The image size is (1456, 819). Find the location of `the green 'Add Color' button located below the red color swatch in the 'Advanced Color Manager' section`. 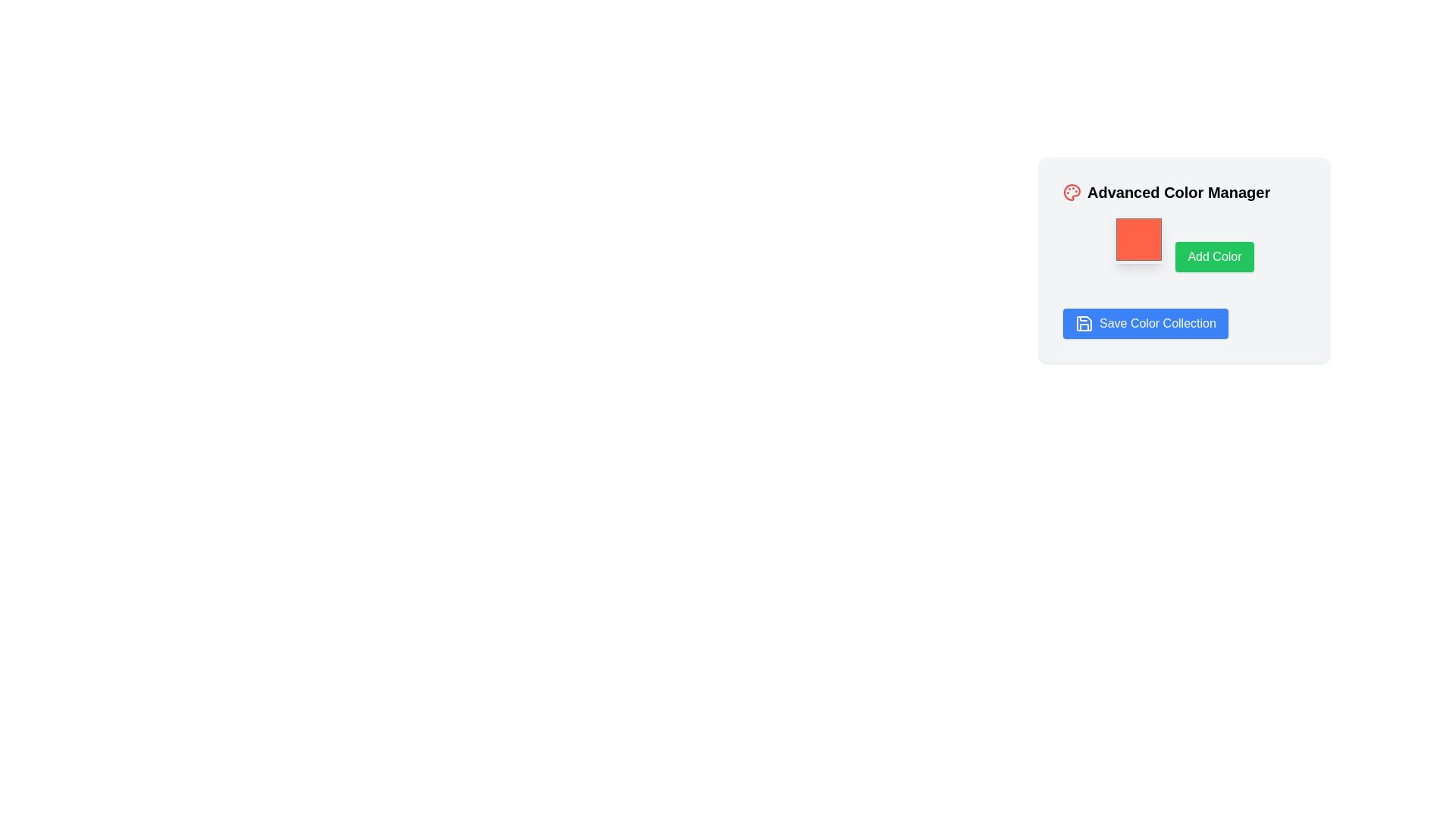

the green 'Add Color' button located below the red color swatch in the 'Advanced Color Manager' section is located at coordinates (1215, 256).